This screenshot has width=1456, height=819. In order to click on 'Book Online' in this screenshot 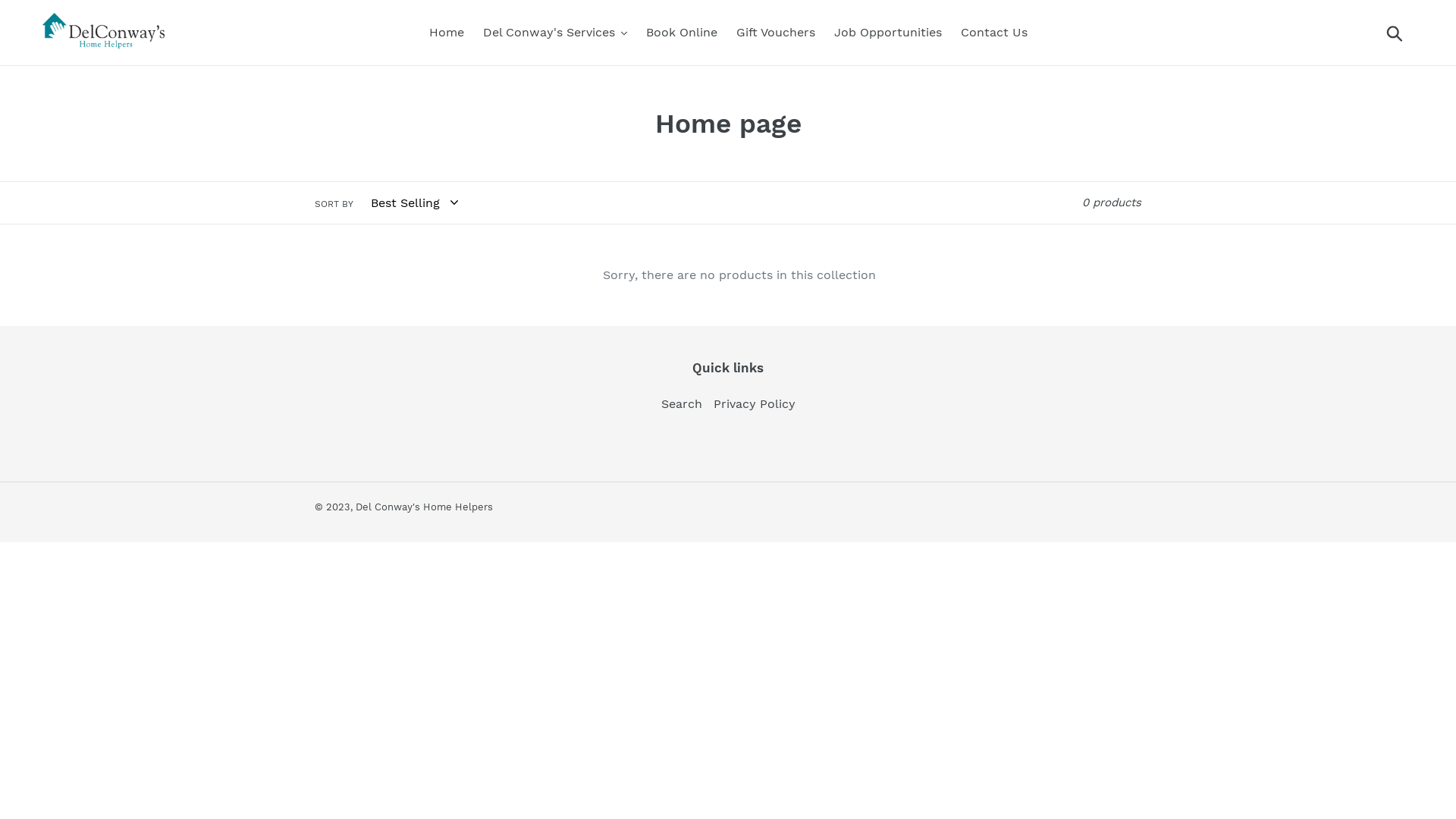, I will do `click(680, 32)`.